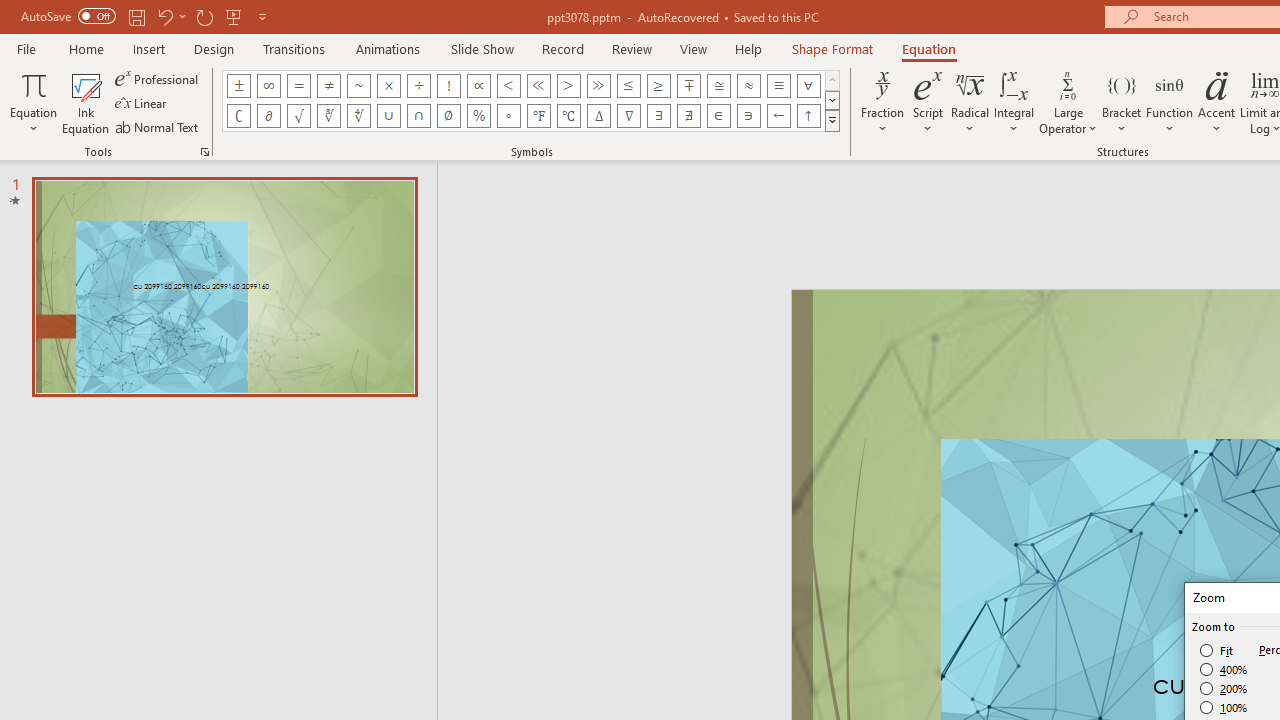 The width and height of the screenshot is (1280, 720). I want to click on 'Fraction', so click(882, 103).